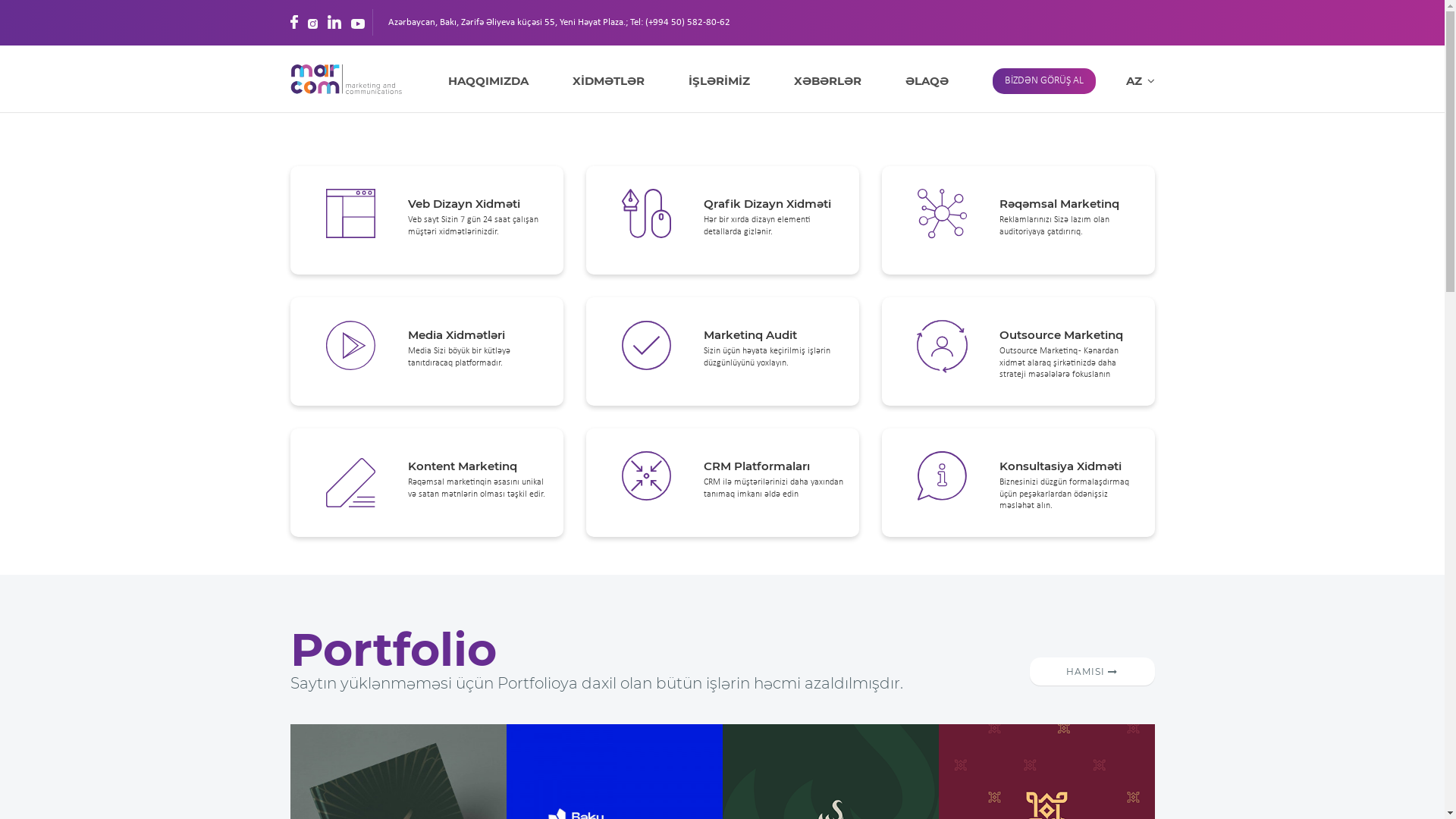 The image size is (1456, 819). What do you see at coordinates (356, 22) in the screenshot?
I see `'youtube'` at bounding box center [356, 22].